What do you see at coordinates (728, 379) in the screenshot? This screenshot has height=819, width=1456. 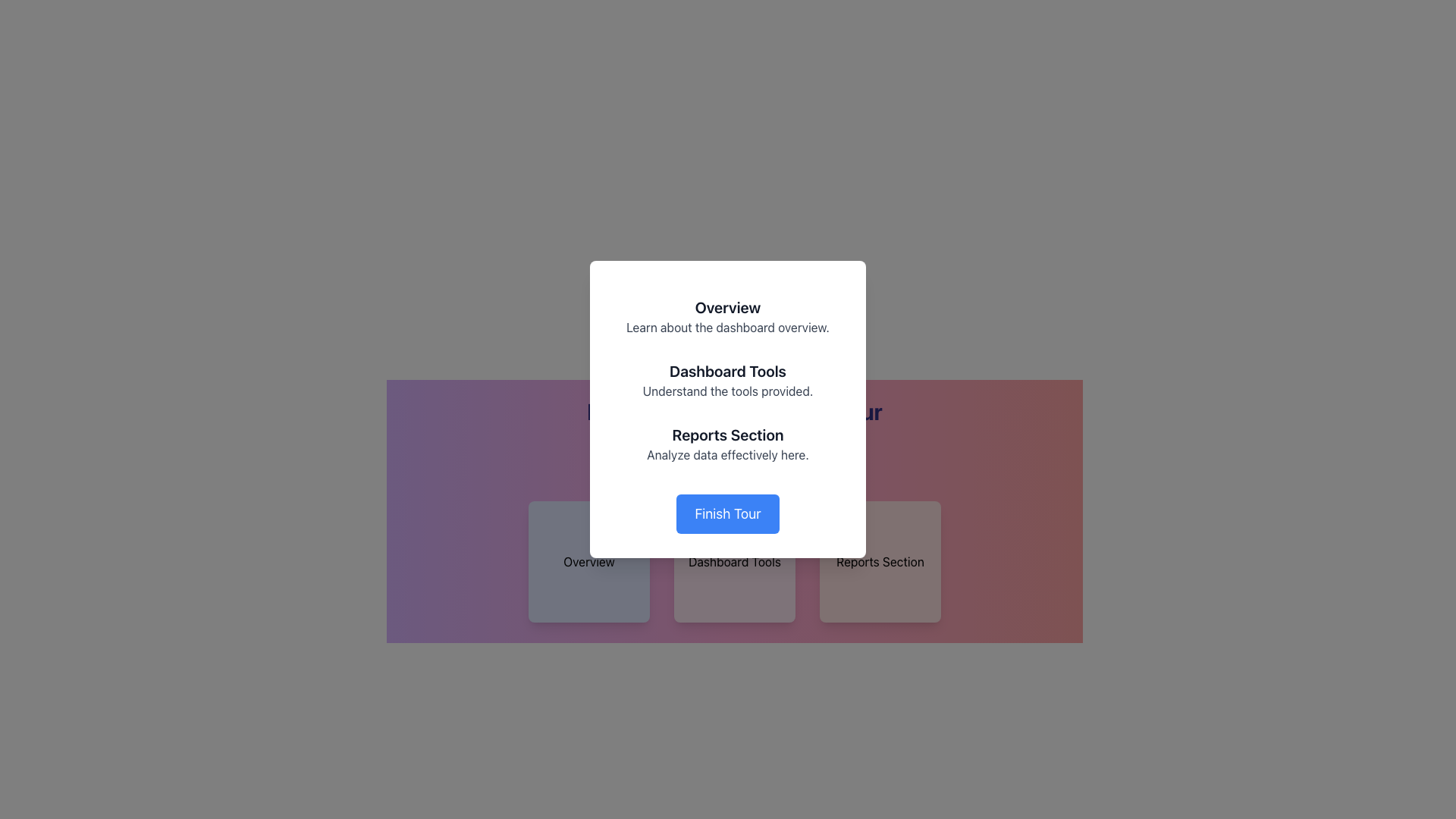 I see `information displayed in the 'Dashboard Tools' header and its subtitle 'Understand the tools provided.' which is centered in the white card layout` at bounding box center [728, 379].